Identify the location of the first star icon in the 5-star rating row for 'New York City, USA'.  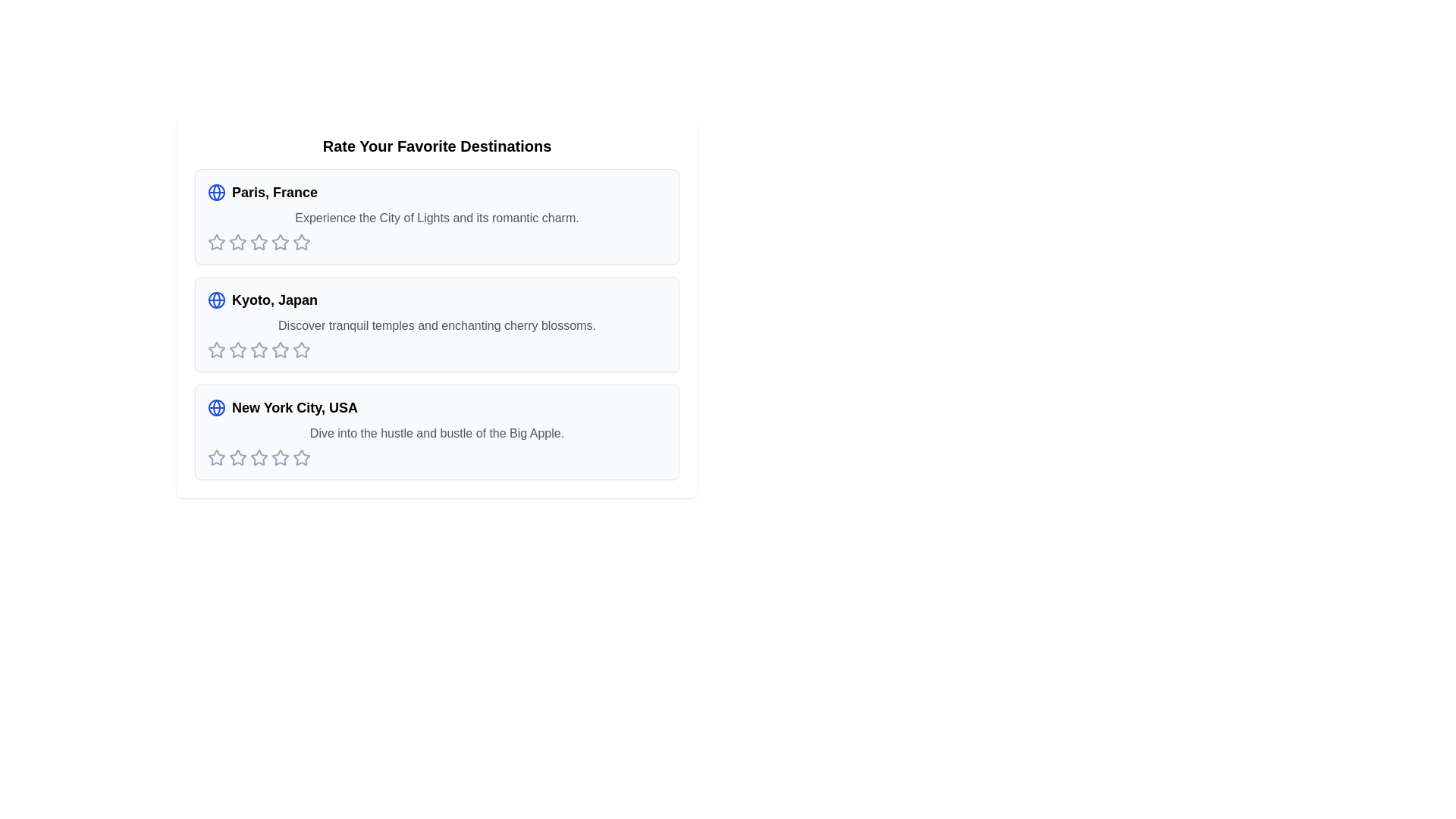
(216, 457).